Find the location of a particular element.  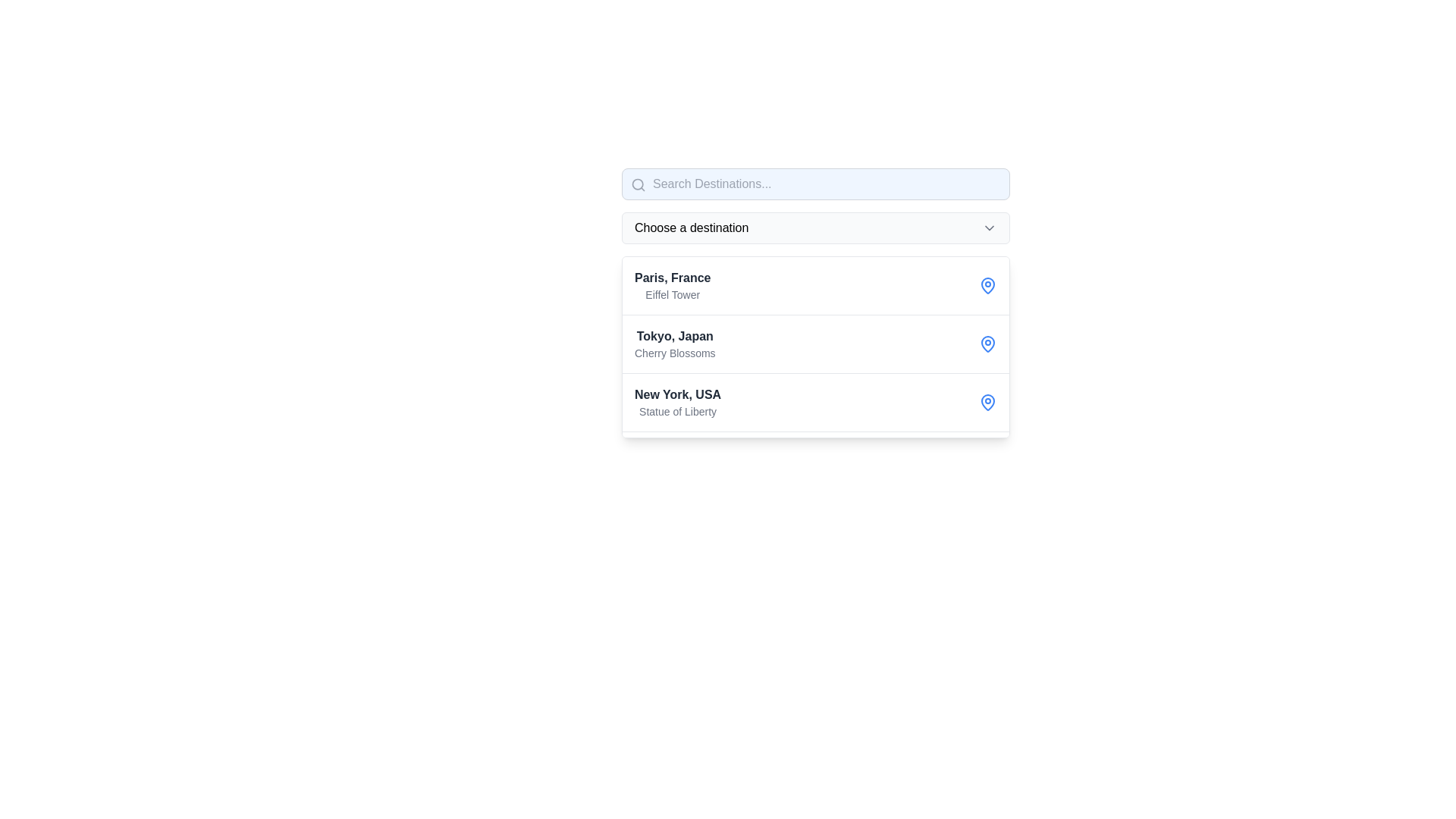

the Text Label indicating the selection of a destination, which is positioned to the left of the dropdown icon is located at coordinates (691, 227).